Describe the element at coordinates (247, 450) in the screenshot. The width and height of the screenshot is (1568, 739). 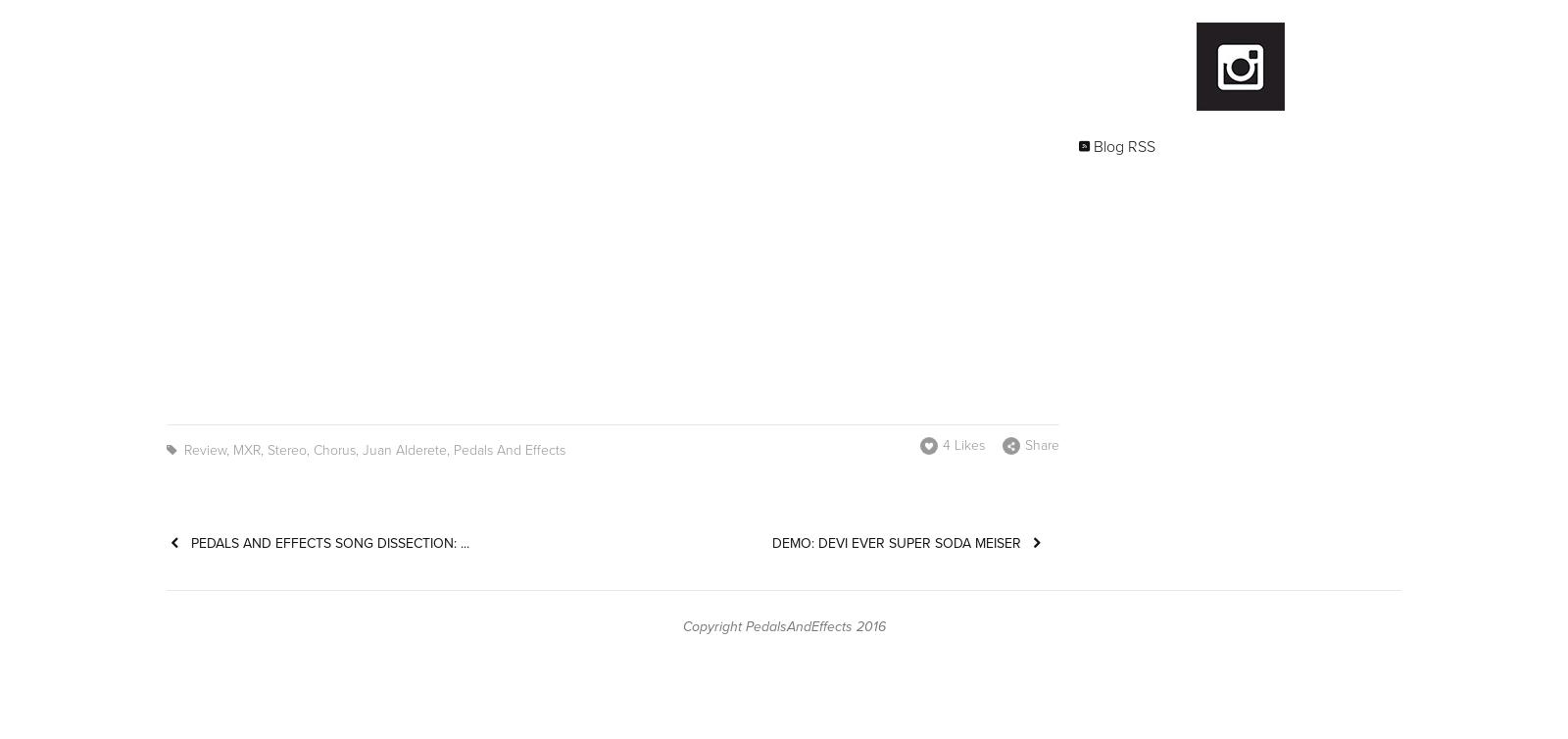
I see `'MXR'` at that location.